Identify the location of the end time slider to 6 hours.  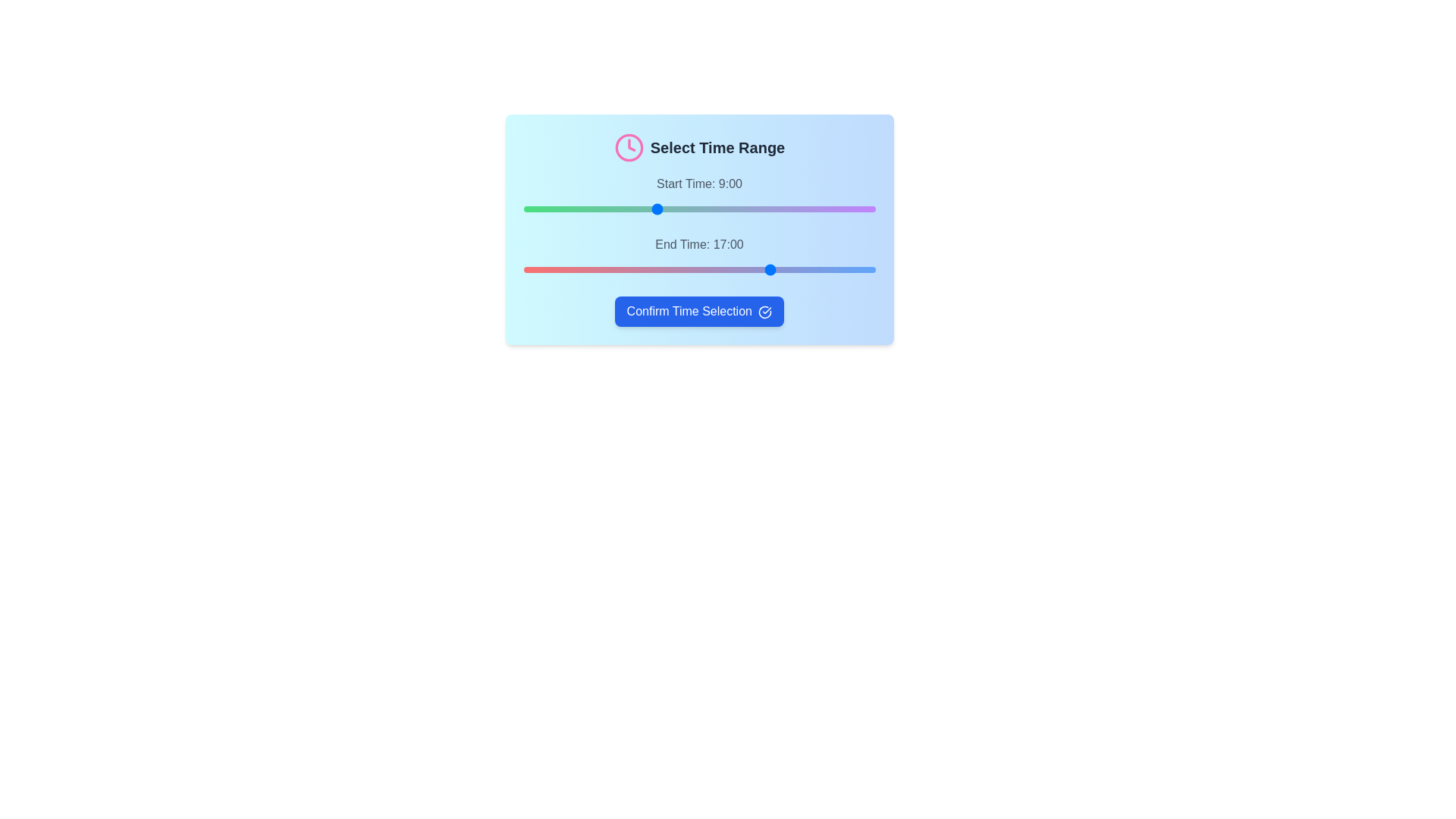
(611, 268).